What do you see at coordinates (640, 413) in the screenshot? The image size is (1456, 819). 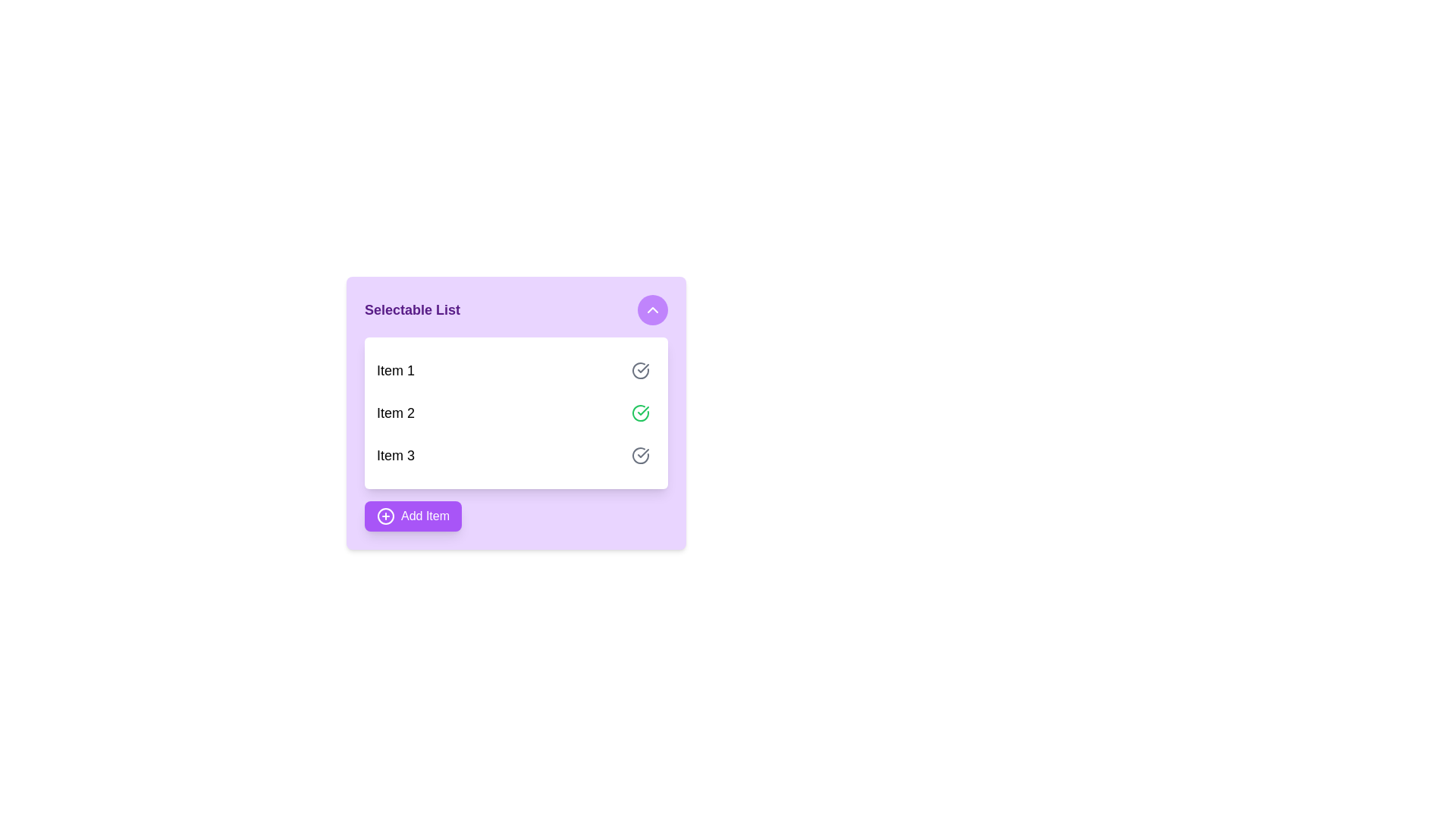 I see `the status indicator icon for 'Item 2' in the selectable list, which is located to the right of the list item text label` at bounding box center [640, 413].